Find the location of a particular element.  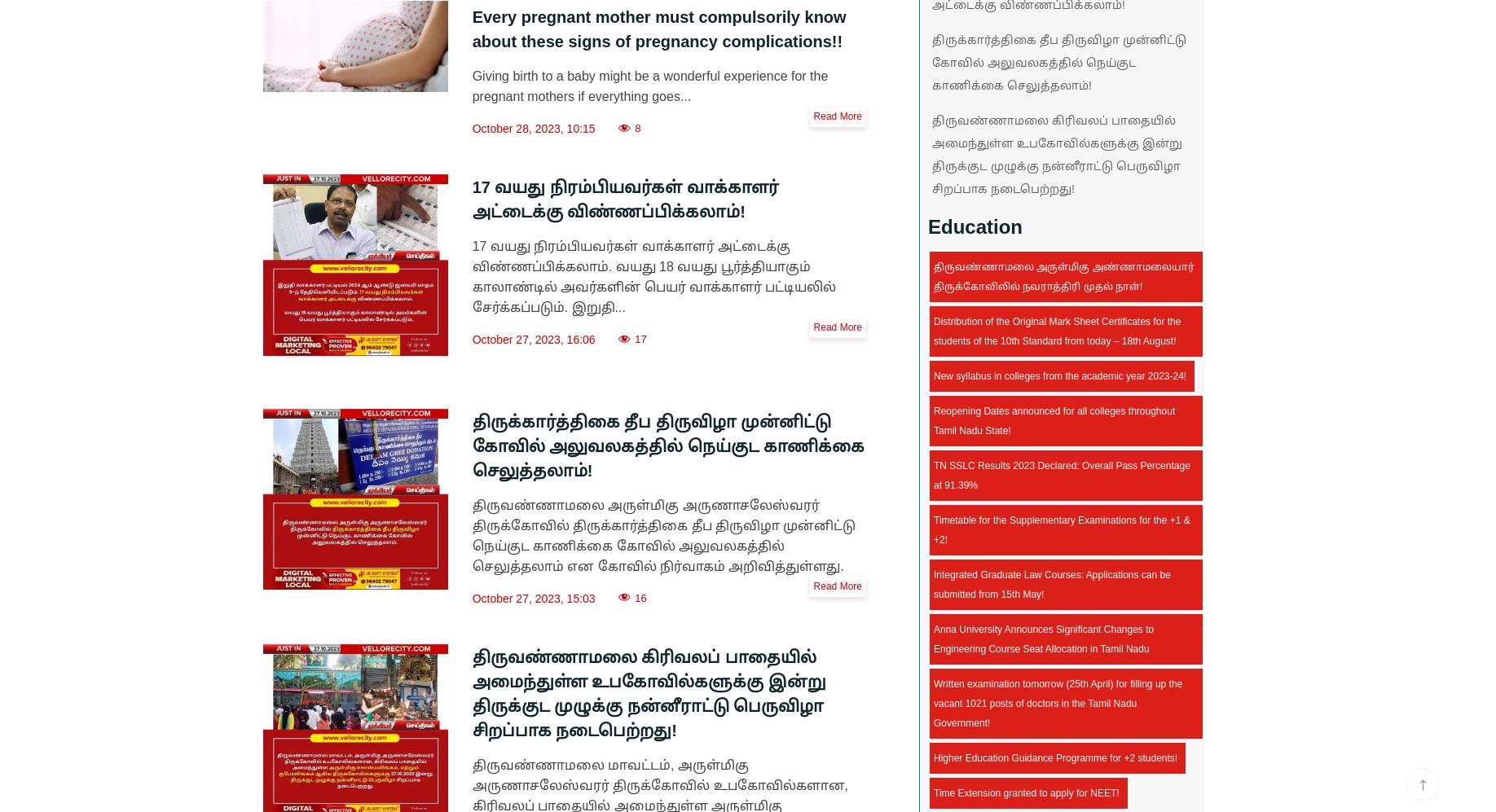

'Higher Education Guidance Programme for +2 students!' is located at coordinates (1055, 757).